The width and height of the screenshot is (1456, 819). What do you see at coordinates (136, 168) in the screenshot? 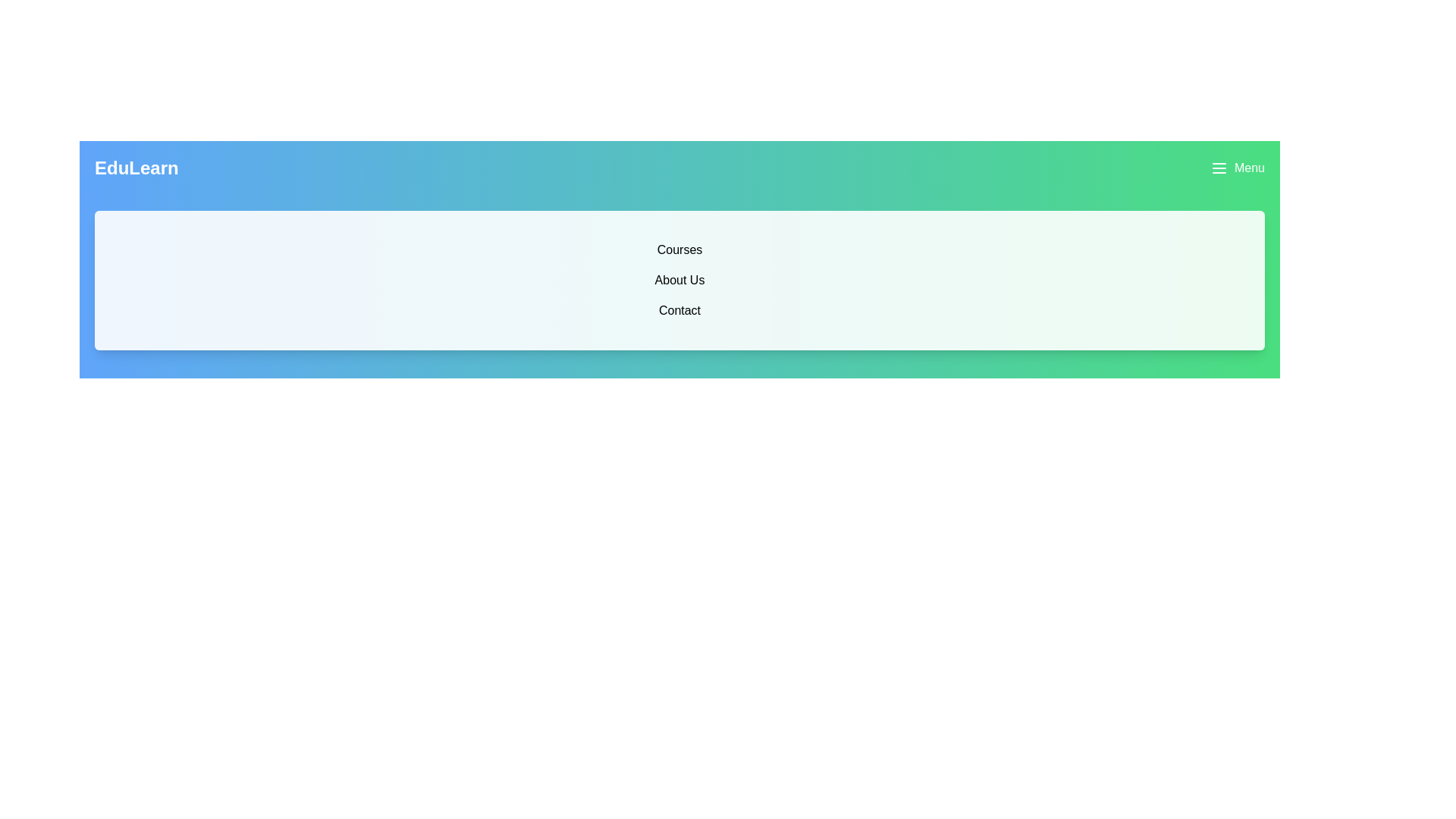
I see `the 'EduLearn' header or logo element, which displays the text in bold white font on a gradient background` at bounding box center [136, 168].